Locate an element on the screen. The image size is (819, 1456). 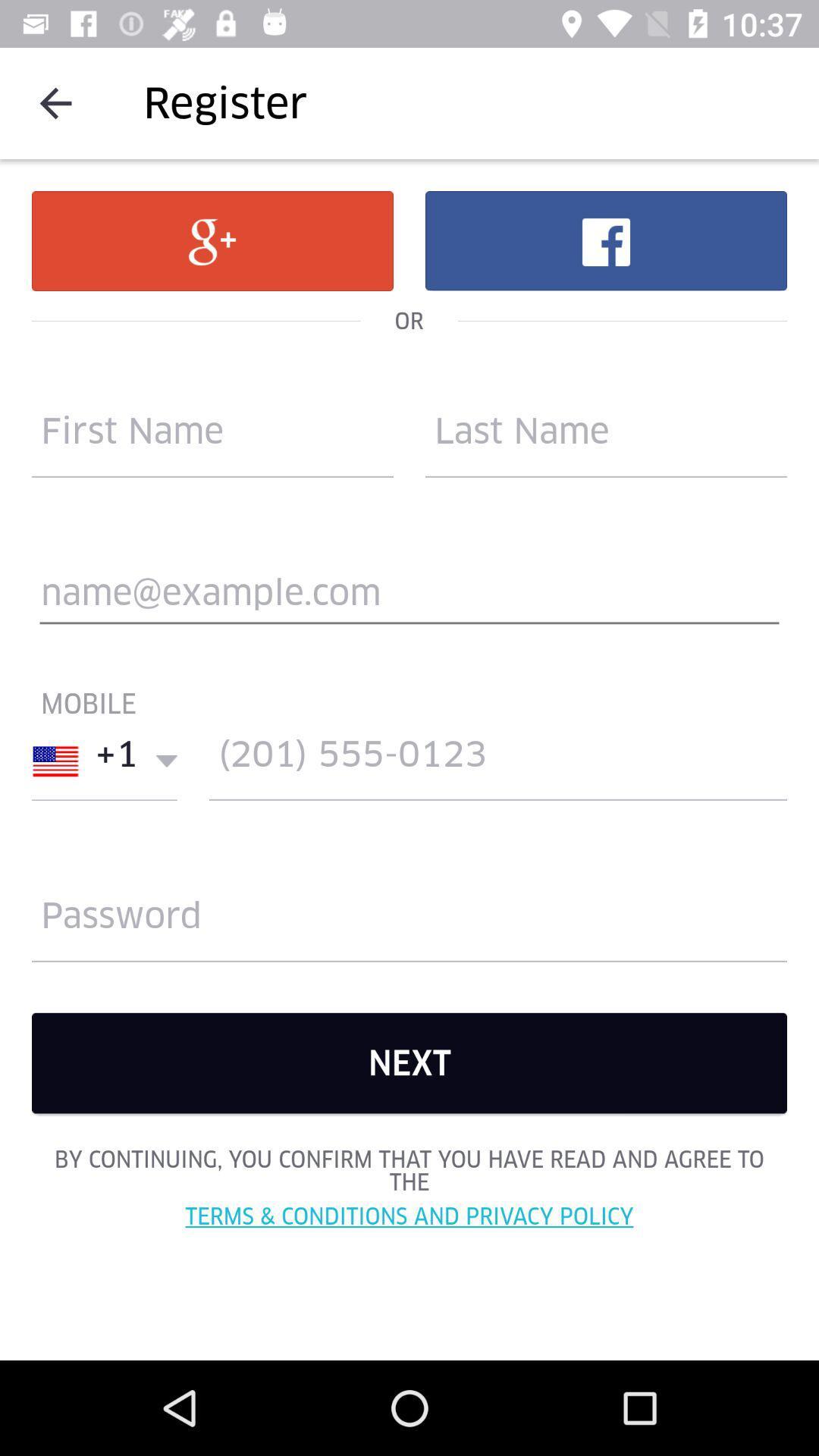
contact number filling area is located at coordinates (497, 761).